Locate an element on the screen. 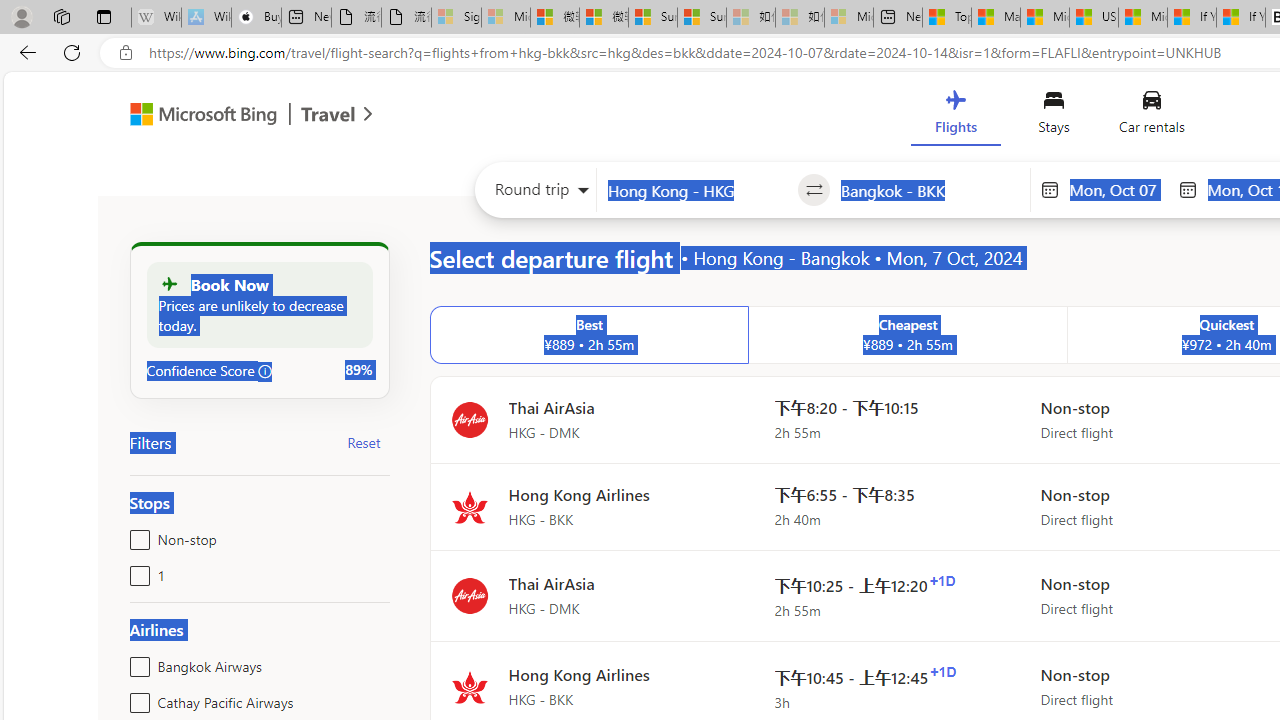  'Select trip type' is located at coordinates (536, 194).